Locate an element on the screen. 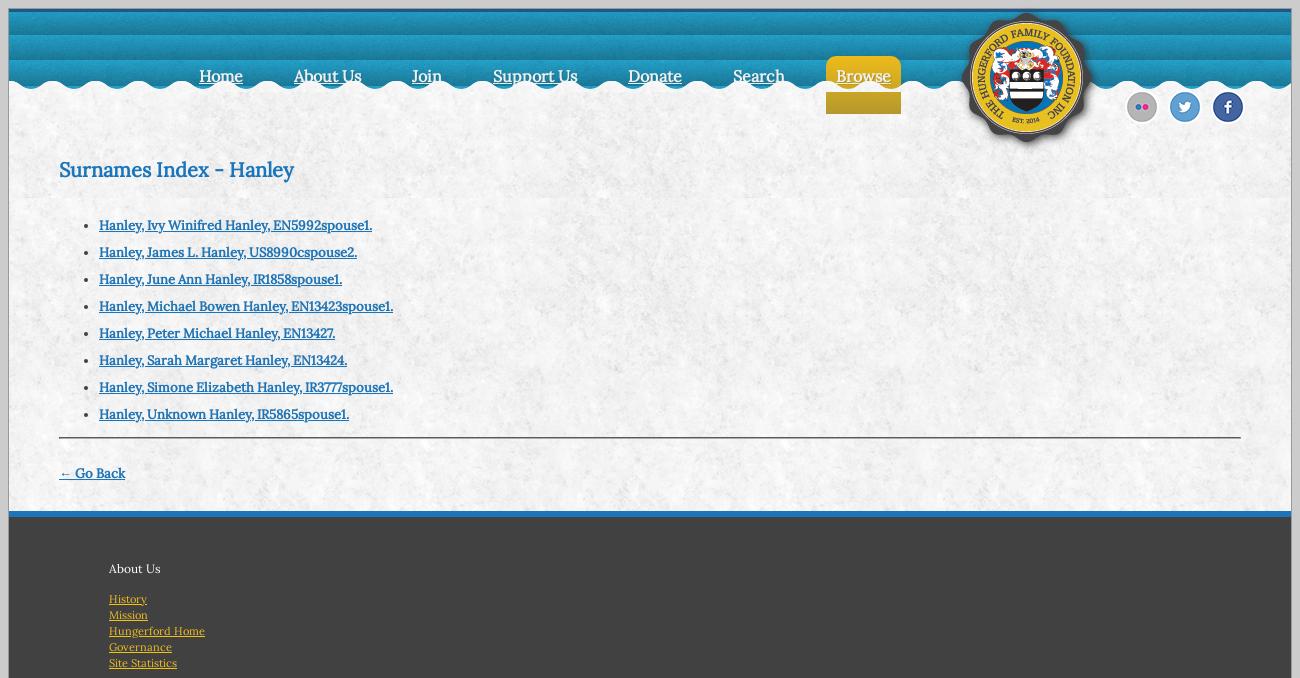 The height and width of the screenshot is (678, 1300). 'Hanley, Ivy Winifred Hanley, EN5992spouse1.' is located at coordinates (99, 224).